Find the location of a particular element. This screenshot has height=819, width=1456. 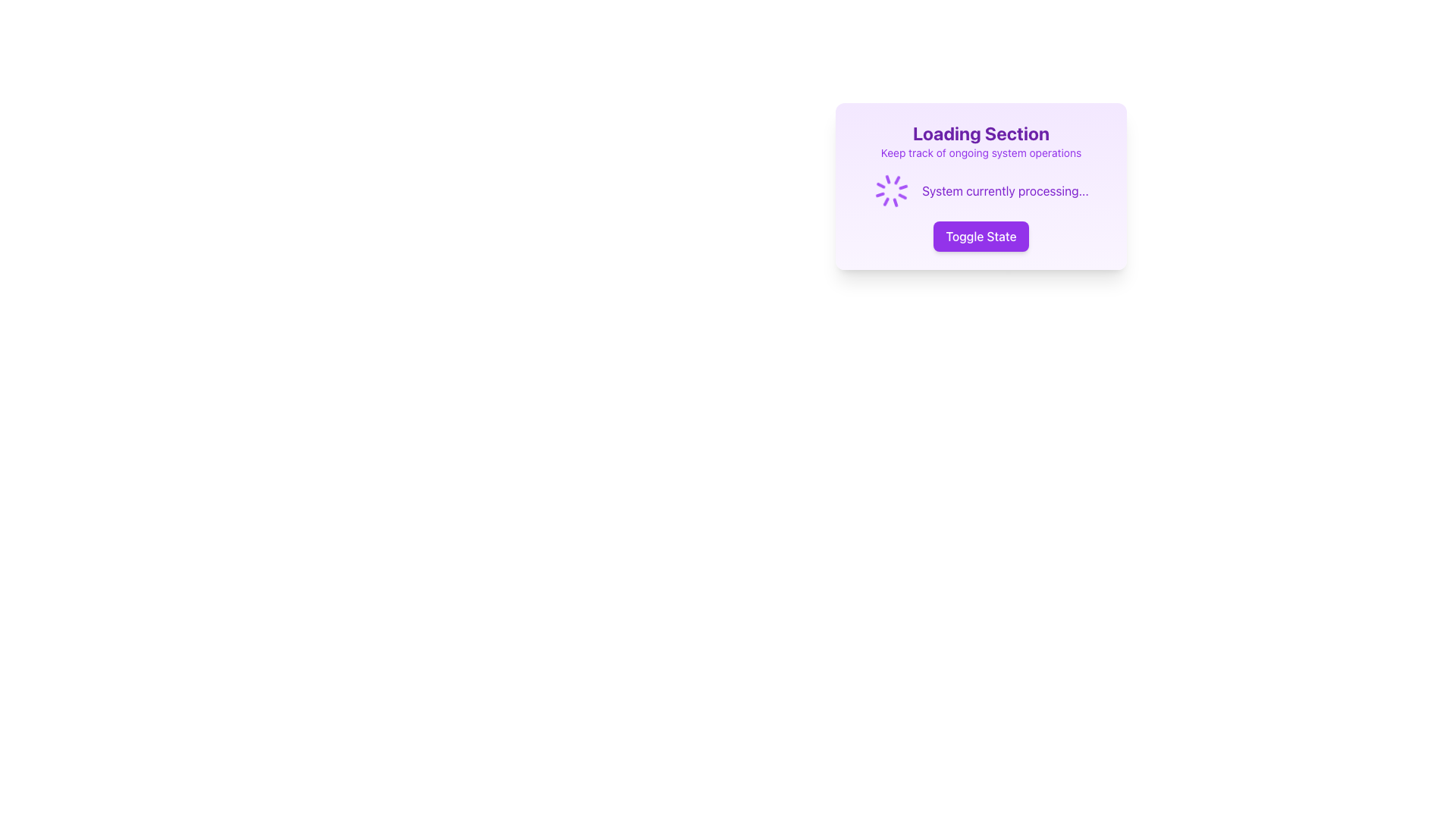

status text from the Informational Card with Action Button located in the upper-right area of the interface is located at coordinates (981, 186).